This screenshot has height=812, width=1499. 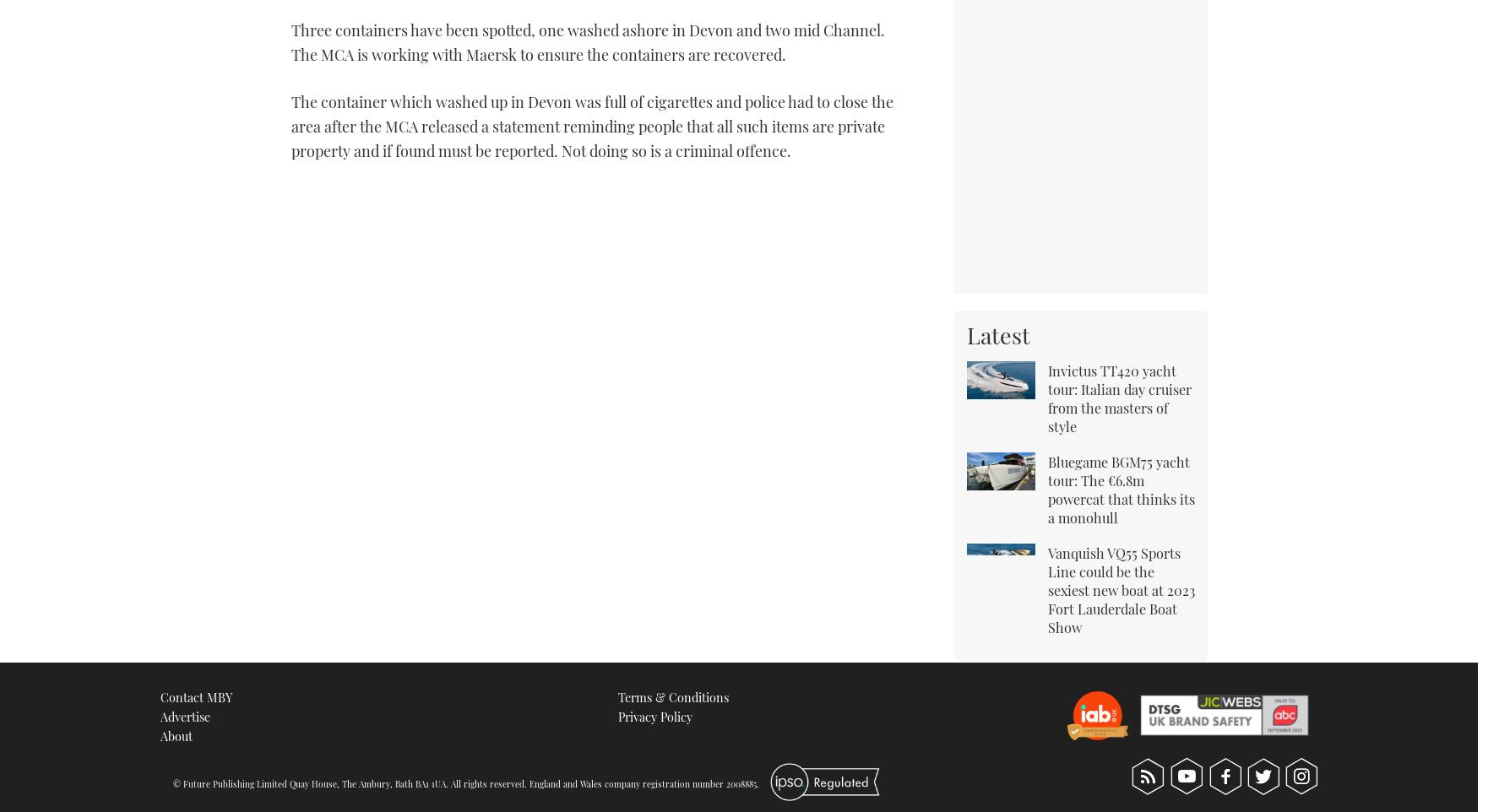 What do you see at coordinates (184, 716) in the screenshot?
I see `'Advertise'` at bounding box center [184, 716].